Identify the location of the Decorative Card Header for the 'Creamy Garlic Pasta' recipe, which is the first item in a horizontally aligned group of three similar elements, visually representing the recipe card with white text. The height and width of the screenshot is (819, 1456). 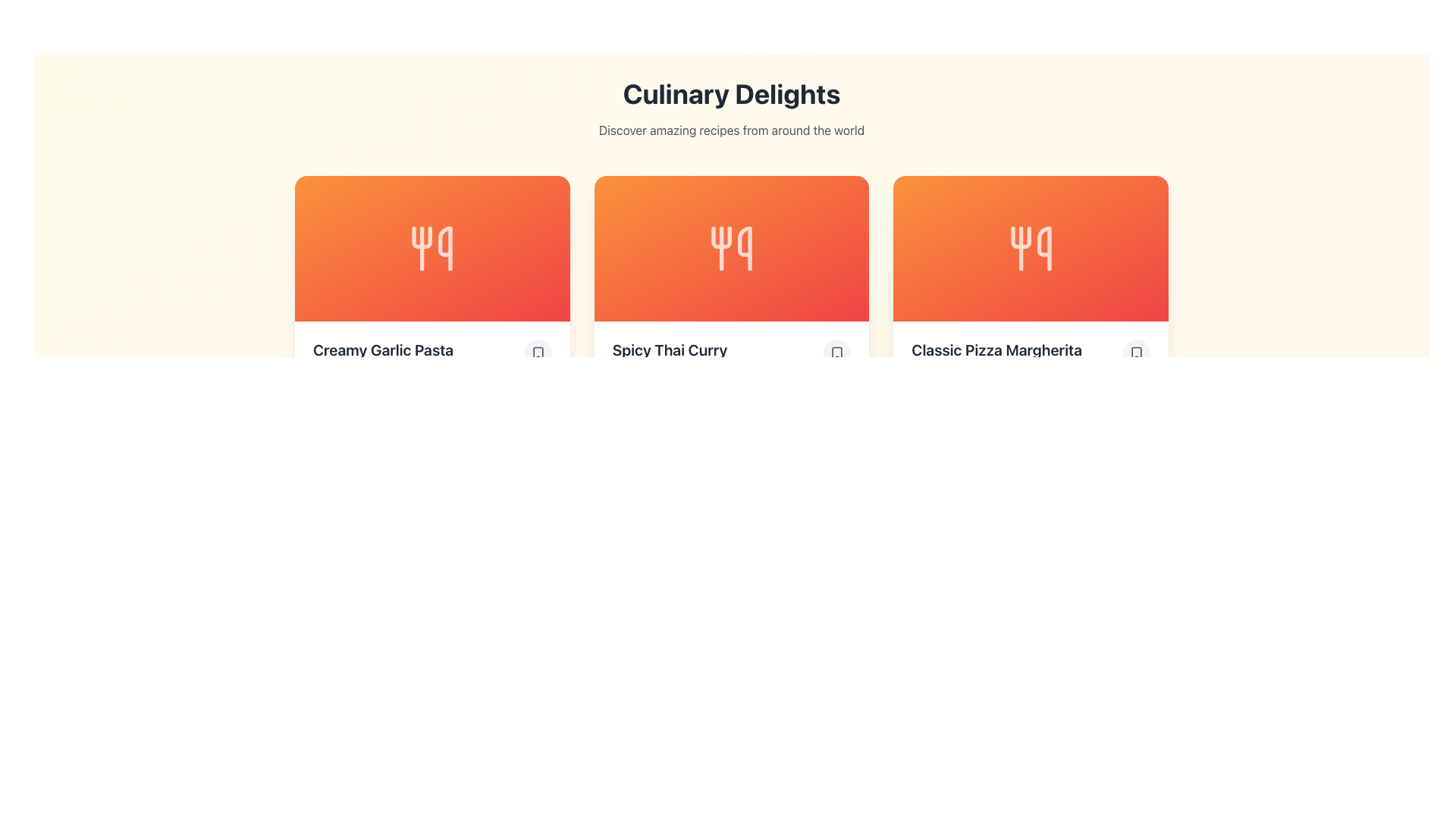
(431, 247).